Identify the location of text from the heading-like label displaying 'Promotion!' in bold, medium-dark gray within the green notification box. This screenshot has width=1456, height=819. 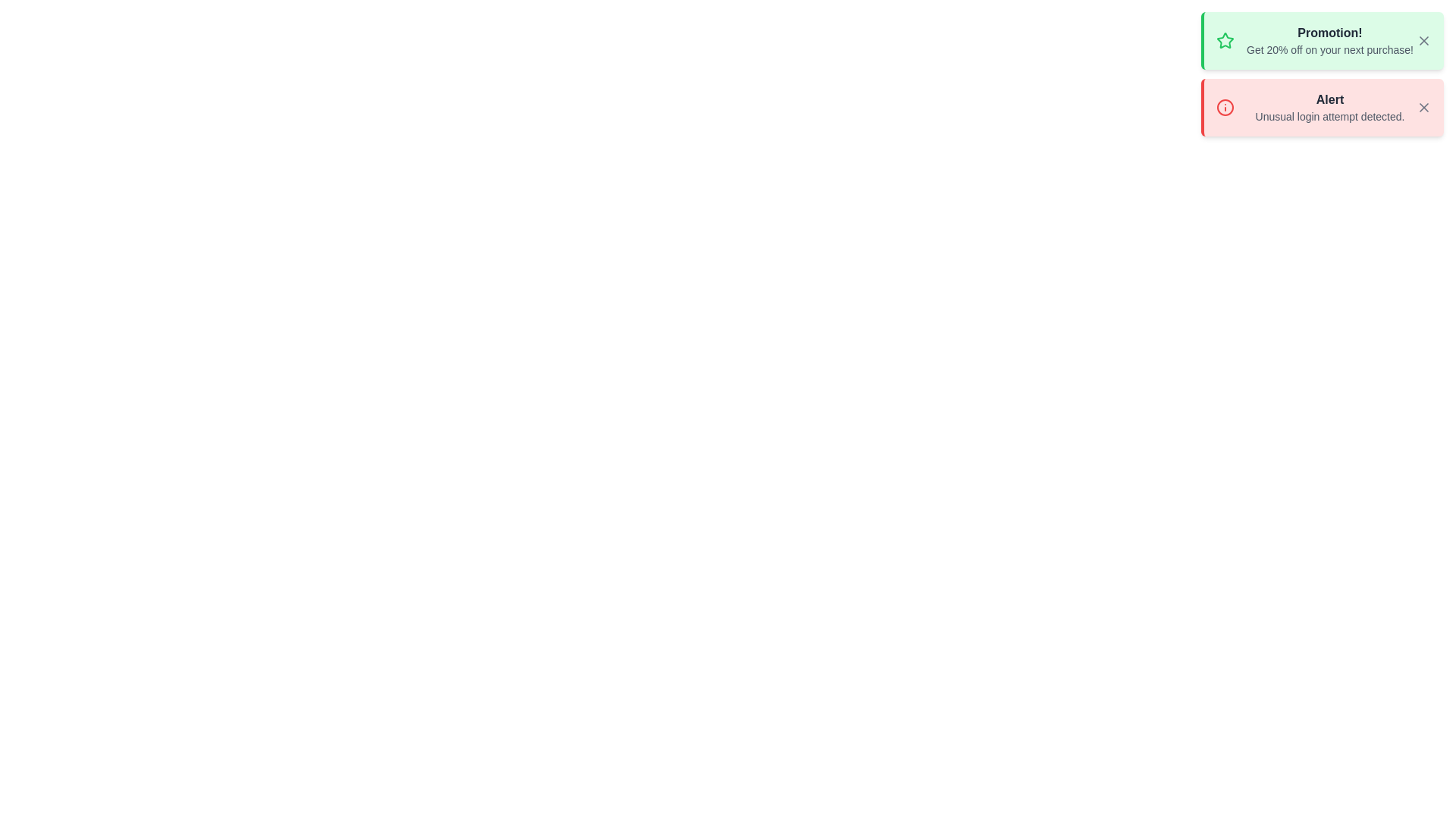
(1329, 33).